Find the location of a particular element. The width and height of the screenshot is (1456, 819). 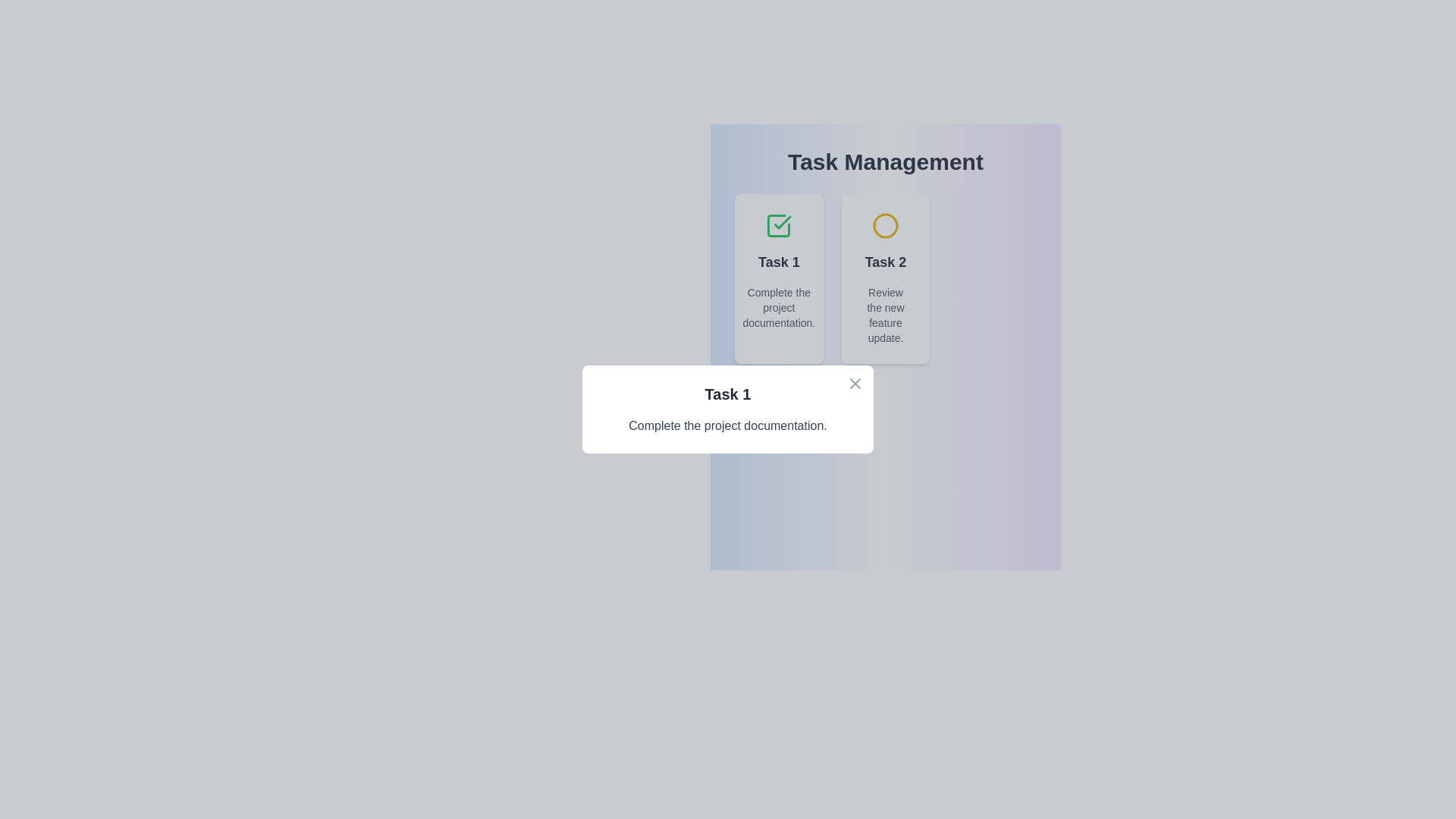

the text label that provides descriptive information about the task, located below 'Task 1' in the task management interface is located at coordinates (779, 307).